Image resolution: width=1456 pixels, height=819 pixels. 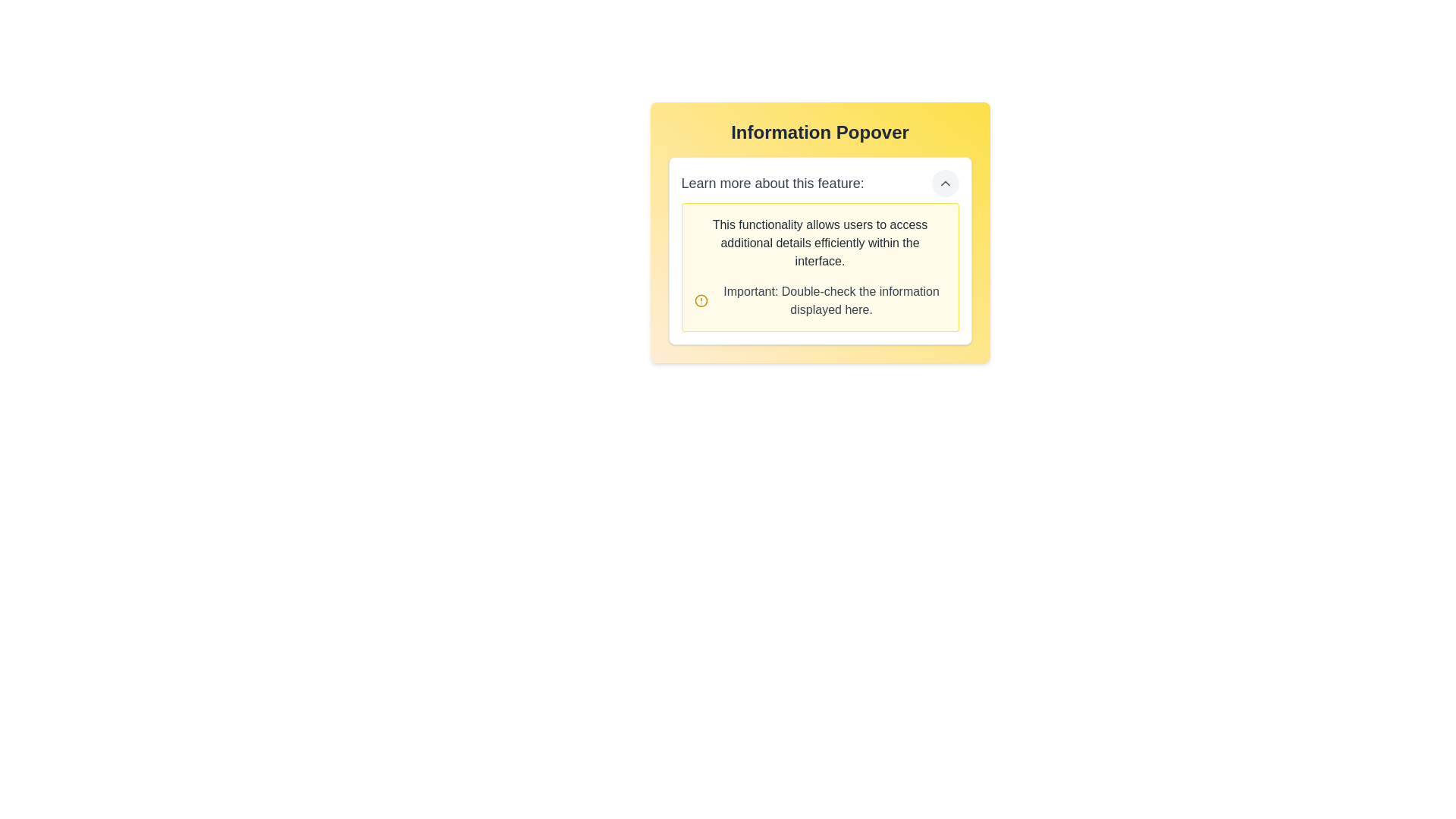 What do you see at coordinates (819, 131) in the screenshot?
I see `the prominent heading labeled 'Information Popover' displayed in bold, large-sized font with a dark gray color against a yellow-orange gradient background` at bounding box center [819, 131].